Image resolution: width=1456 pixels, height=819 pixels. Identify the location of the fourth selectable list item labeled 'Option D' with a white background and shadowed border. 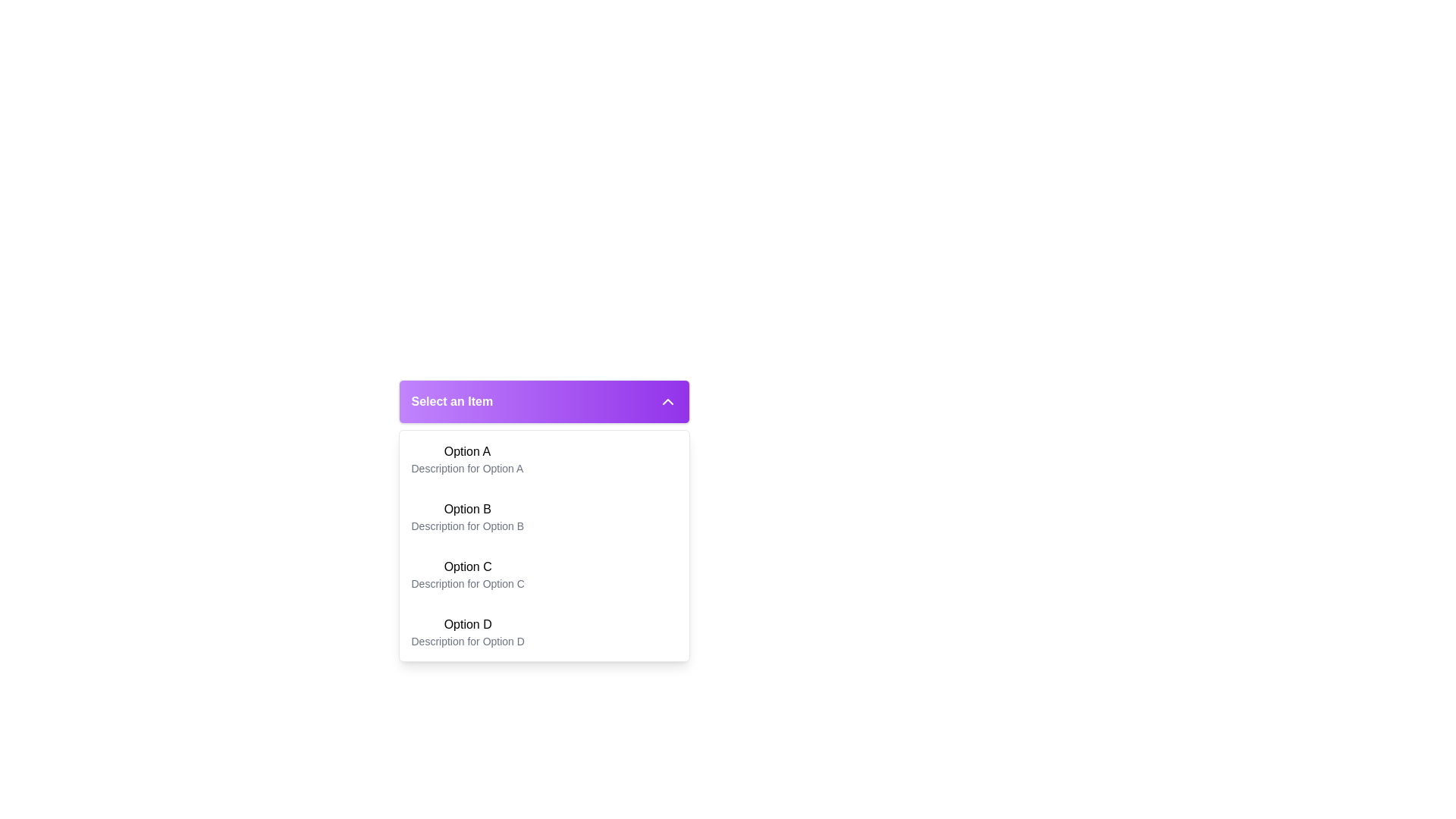
(544, 632).